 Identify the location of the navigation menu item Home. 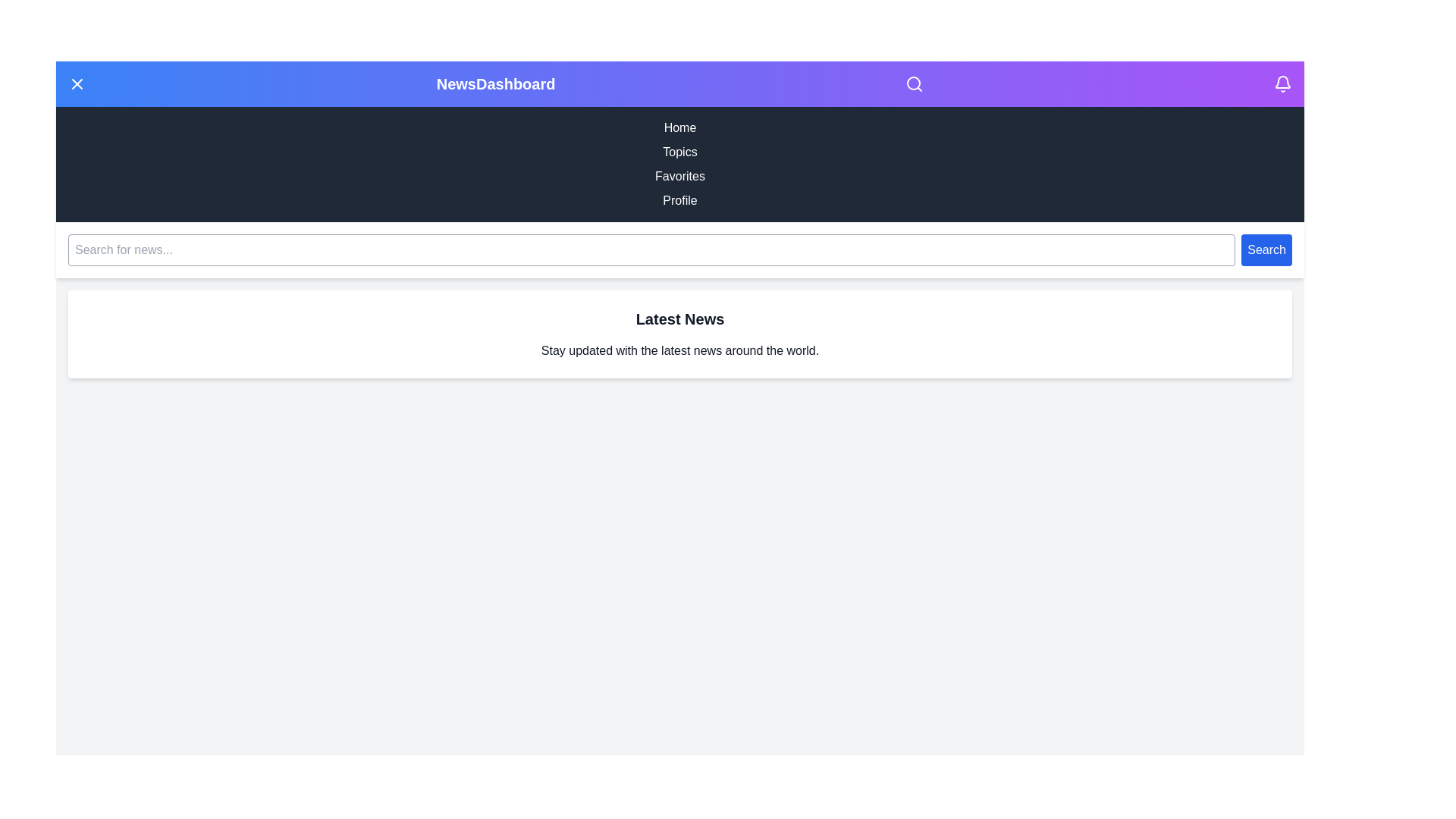
(679, 127).